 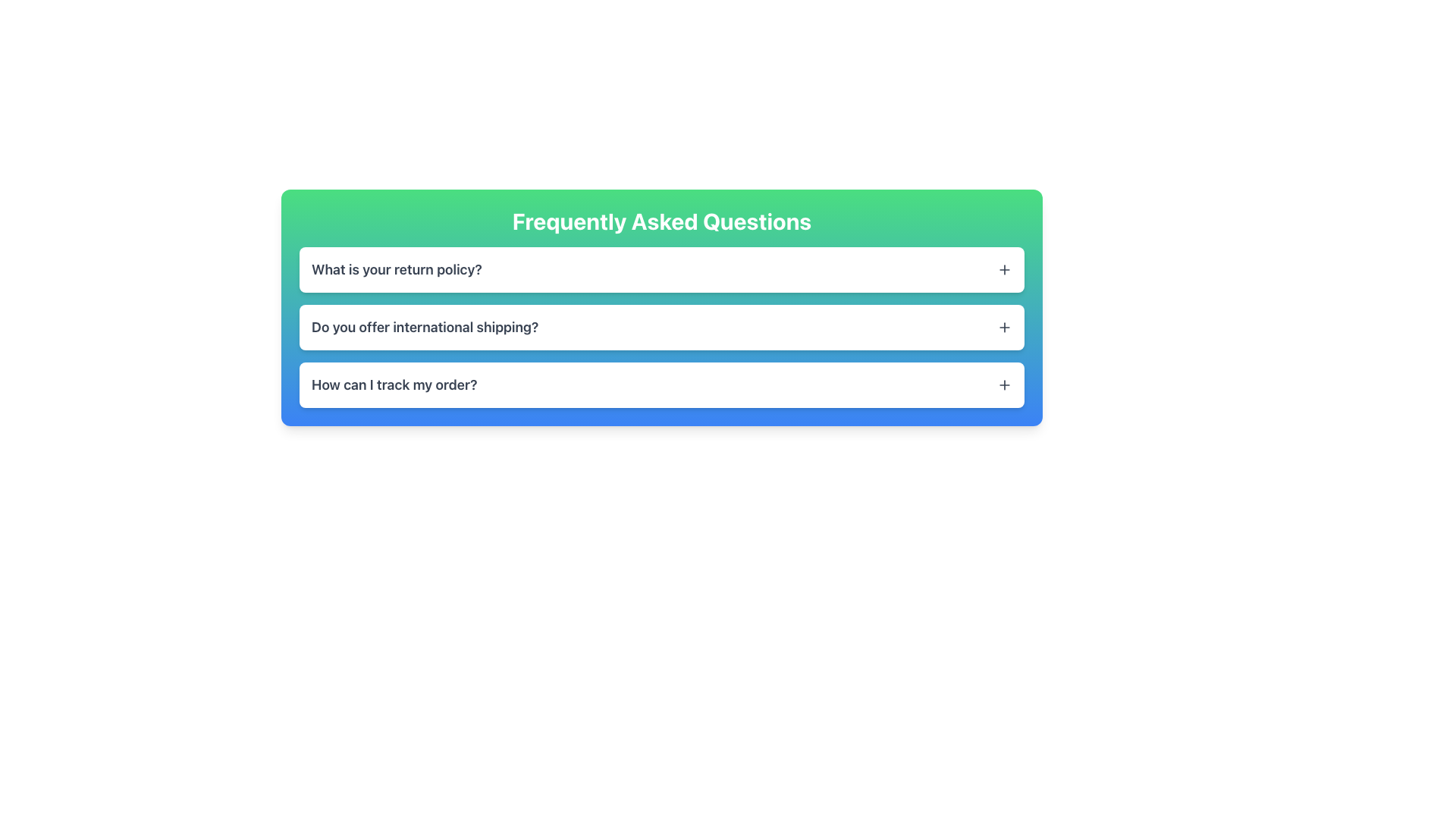 I want to click on the compact plus sign button located in the FAQ section labeled 'Do you offer international shipping?', which is aligned to the far right of the card, so click(x=1004, y=327).